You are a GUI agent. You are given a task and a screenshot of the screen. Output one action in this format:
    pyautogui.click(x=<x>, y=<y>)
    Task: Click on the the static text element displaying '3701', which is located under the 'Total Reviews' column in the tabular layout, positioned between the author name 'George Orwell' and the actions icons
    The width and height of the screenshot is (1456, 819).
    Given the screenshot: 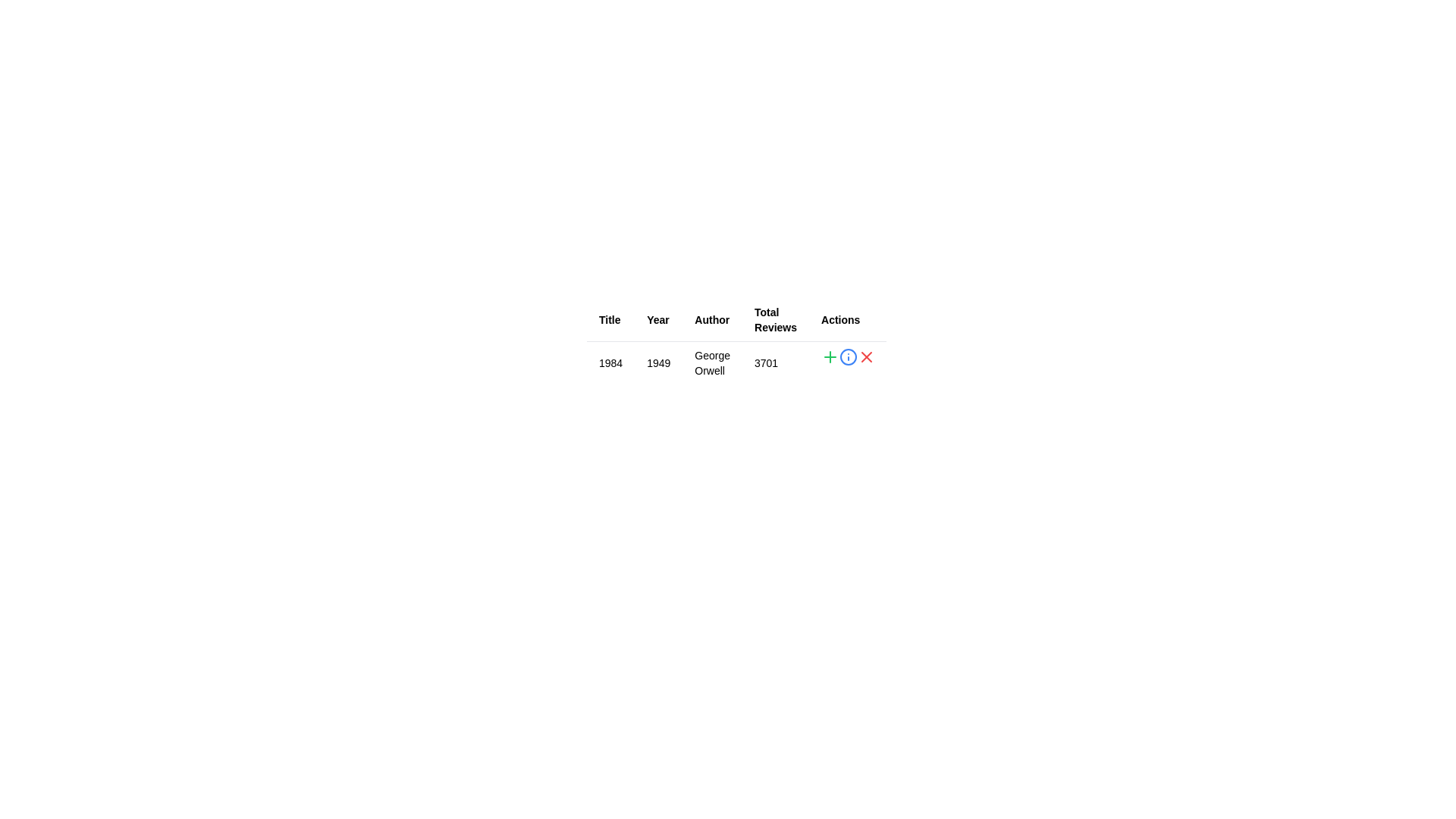 What is the action you would take?
    pyautogui.click(x=775, y=362)
    